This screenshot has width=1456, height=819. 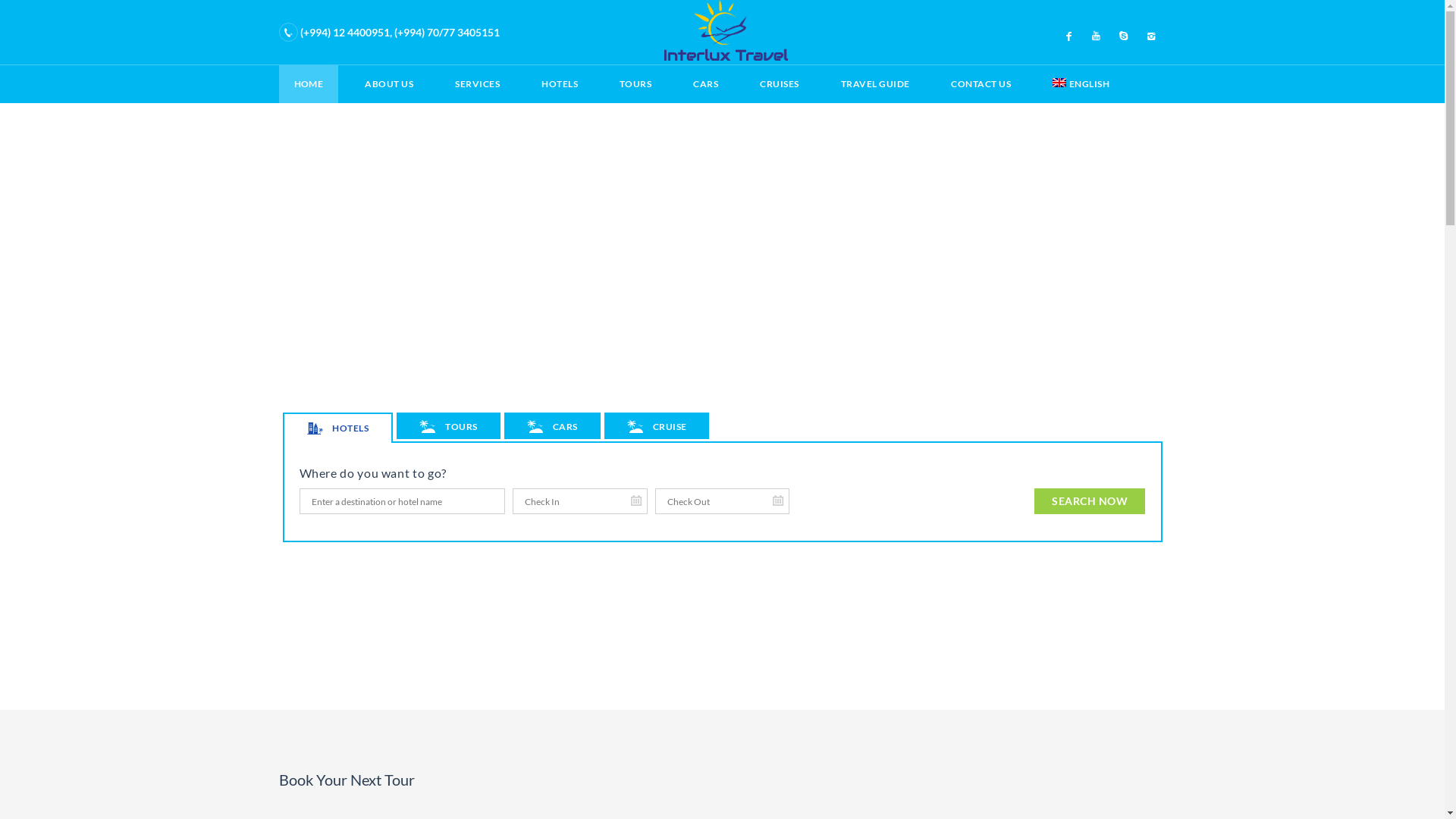 I want to click on 'ABOUT US', so click(x=389, y=84).